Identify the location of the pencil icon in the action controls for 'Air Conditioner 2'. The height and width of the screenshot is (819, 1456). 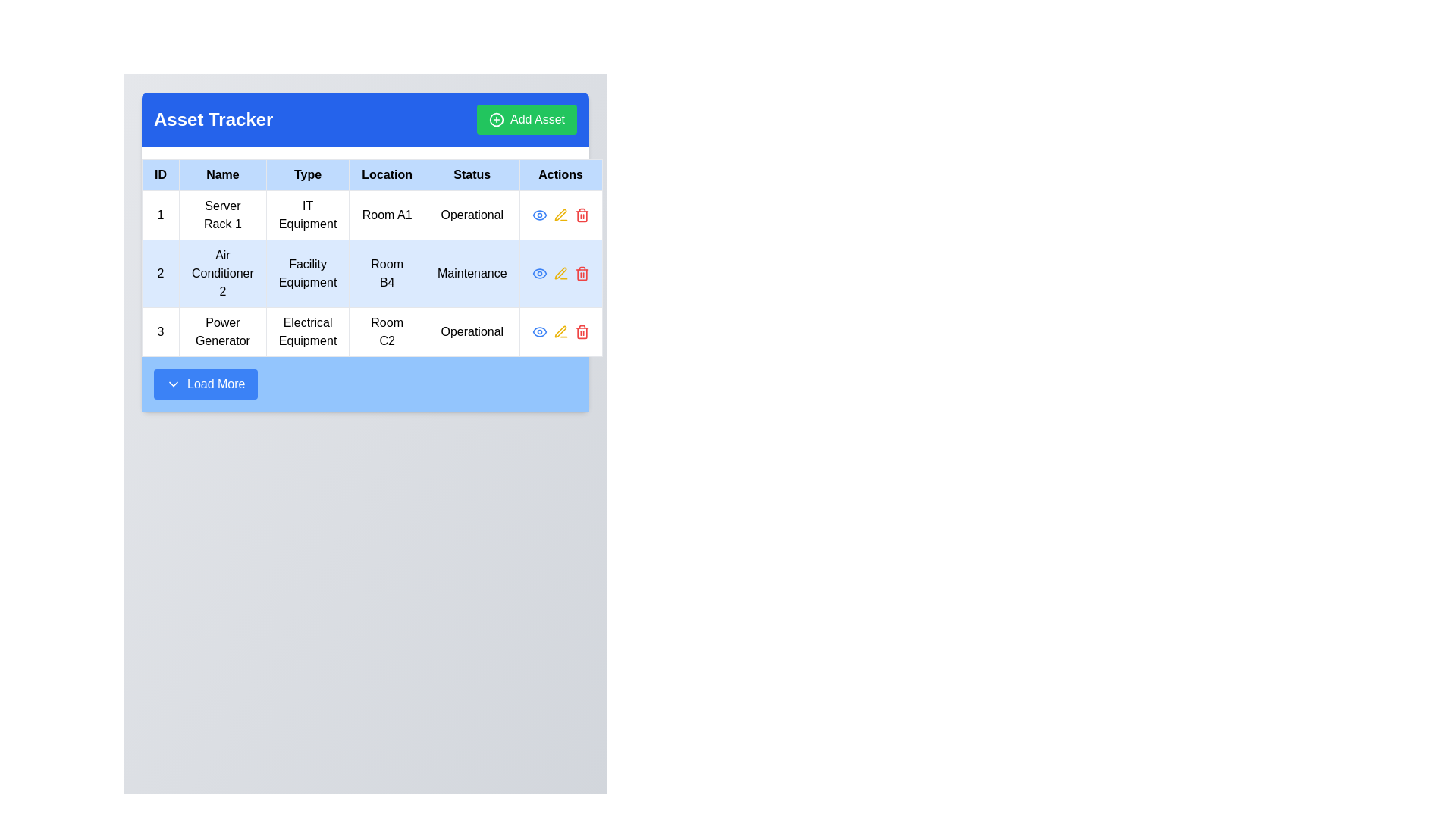
(560, 274).